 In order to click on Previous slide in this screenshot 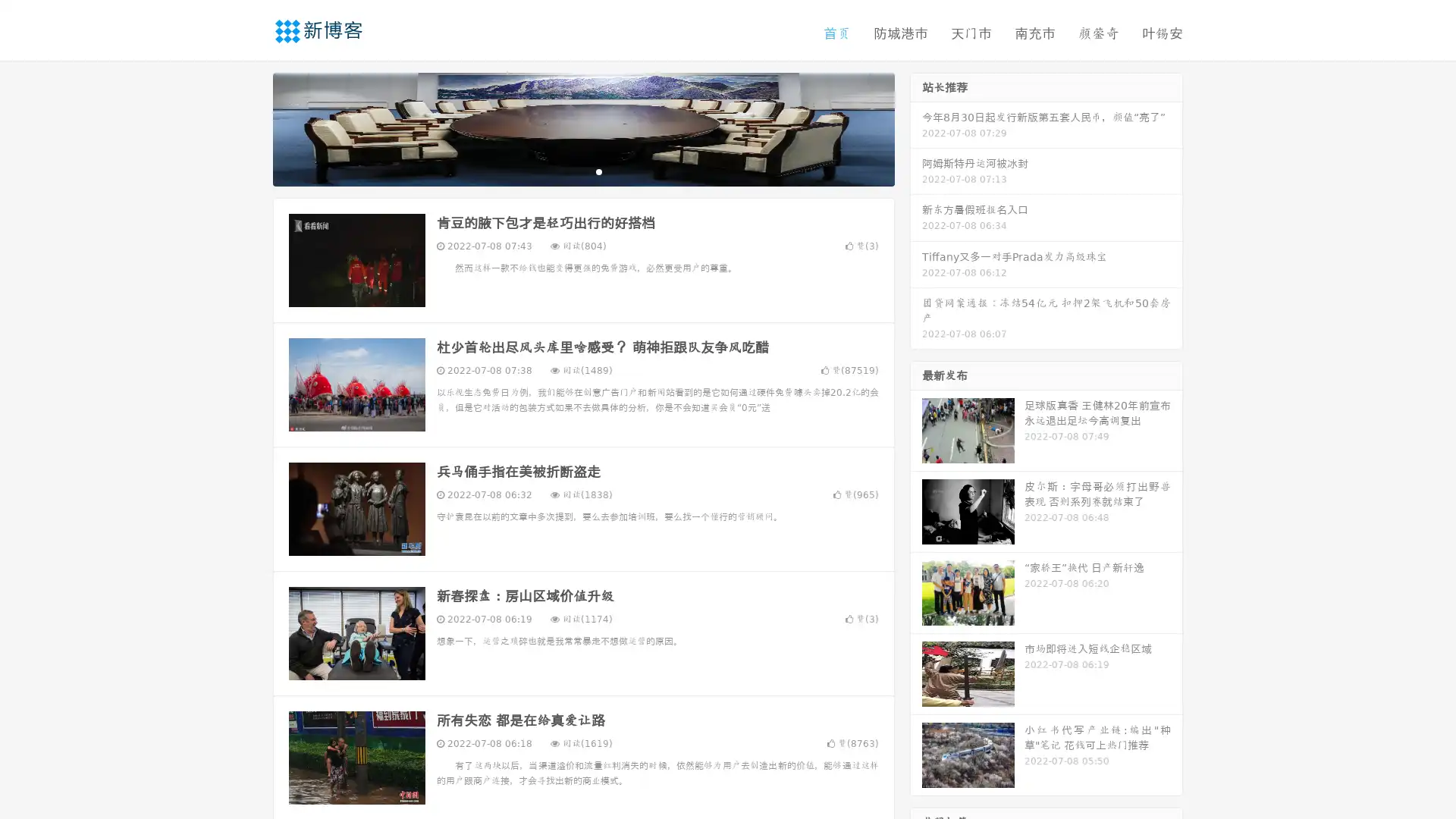, I will do `click(250, 127)`.